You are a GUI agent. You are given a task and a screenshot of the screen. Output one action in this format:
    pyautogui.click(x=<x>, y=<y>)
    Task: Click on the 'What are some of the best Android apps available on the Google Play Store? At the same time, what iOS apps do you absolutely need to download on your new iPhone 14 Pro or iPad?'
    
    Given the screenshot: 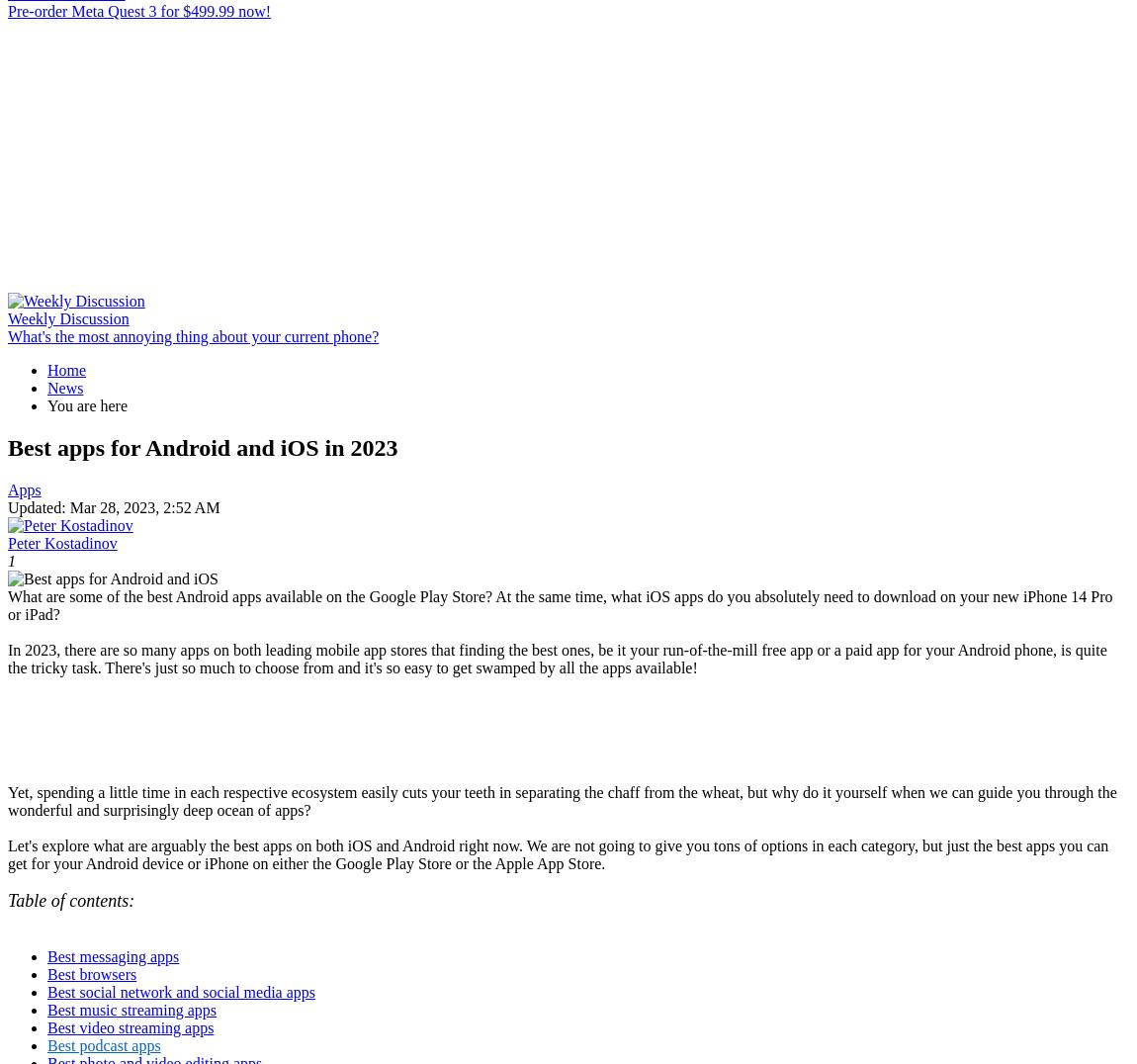 What is the action you would take?
    pyautogui.click(x=560, y=604)
    